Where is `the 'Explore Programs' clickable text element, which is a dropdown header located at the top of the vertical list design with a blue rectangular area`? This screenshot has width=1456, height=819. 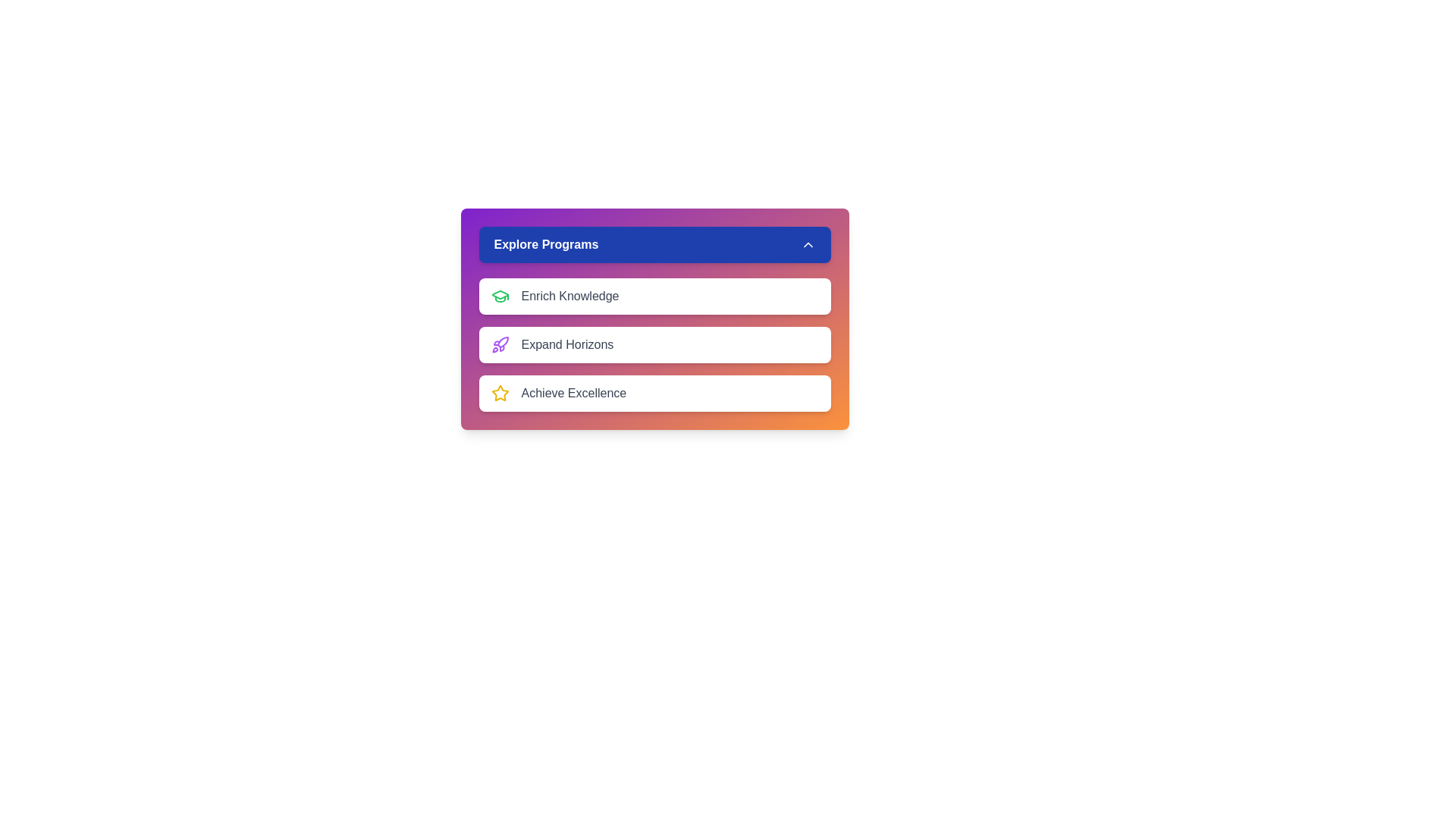
the 'Explore Programs' clickable text element, which is a dropdown header located at the top of the vertical list design with a blue rectangular area is located at coordinates (546, 244).